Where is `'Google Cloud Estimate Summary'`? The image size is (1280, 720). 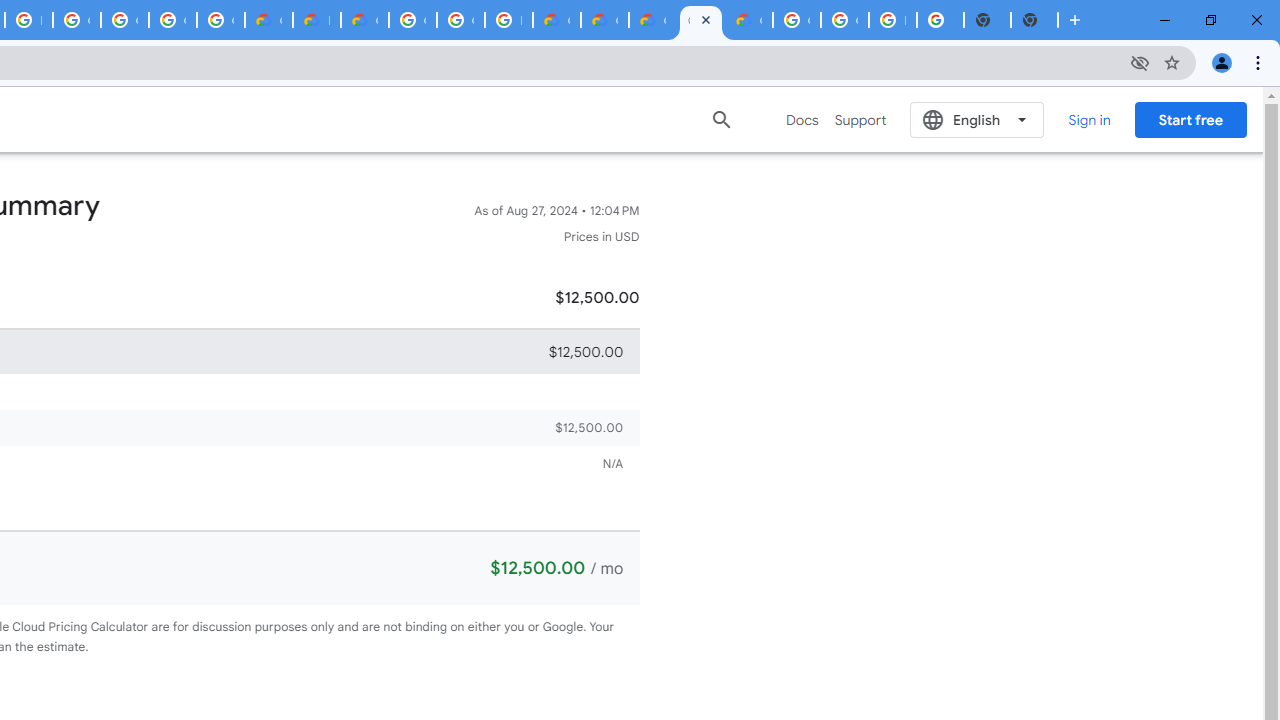 'Google Cloud Estimate Summary' is located at coordinates (700, 20).